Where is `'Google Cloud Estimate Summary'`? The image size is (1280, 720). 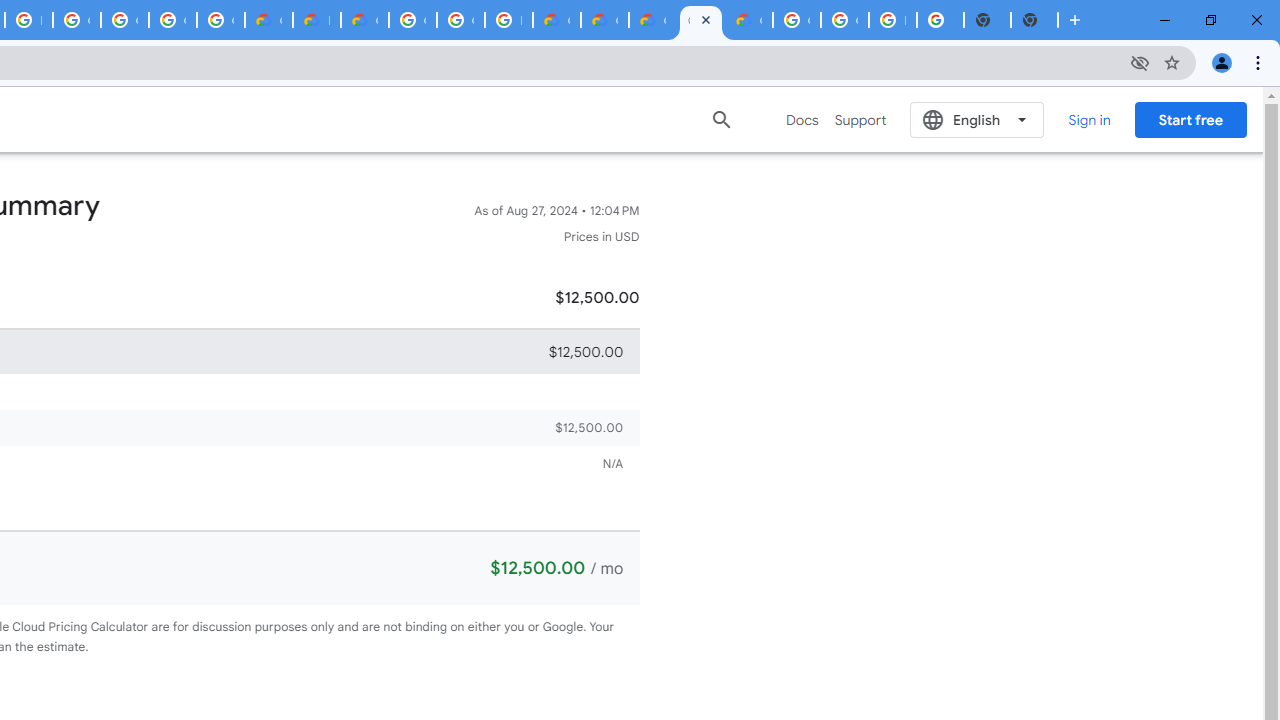 'Google Cloud Estimate Summary' is located at coordinates (700, 20).